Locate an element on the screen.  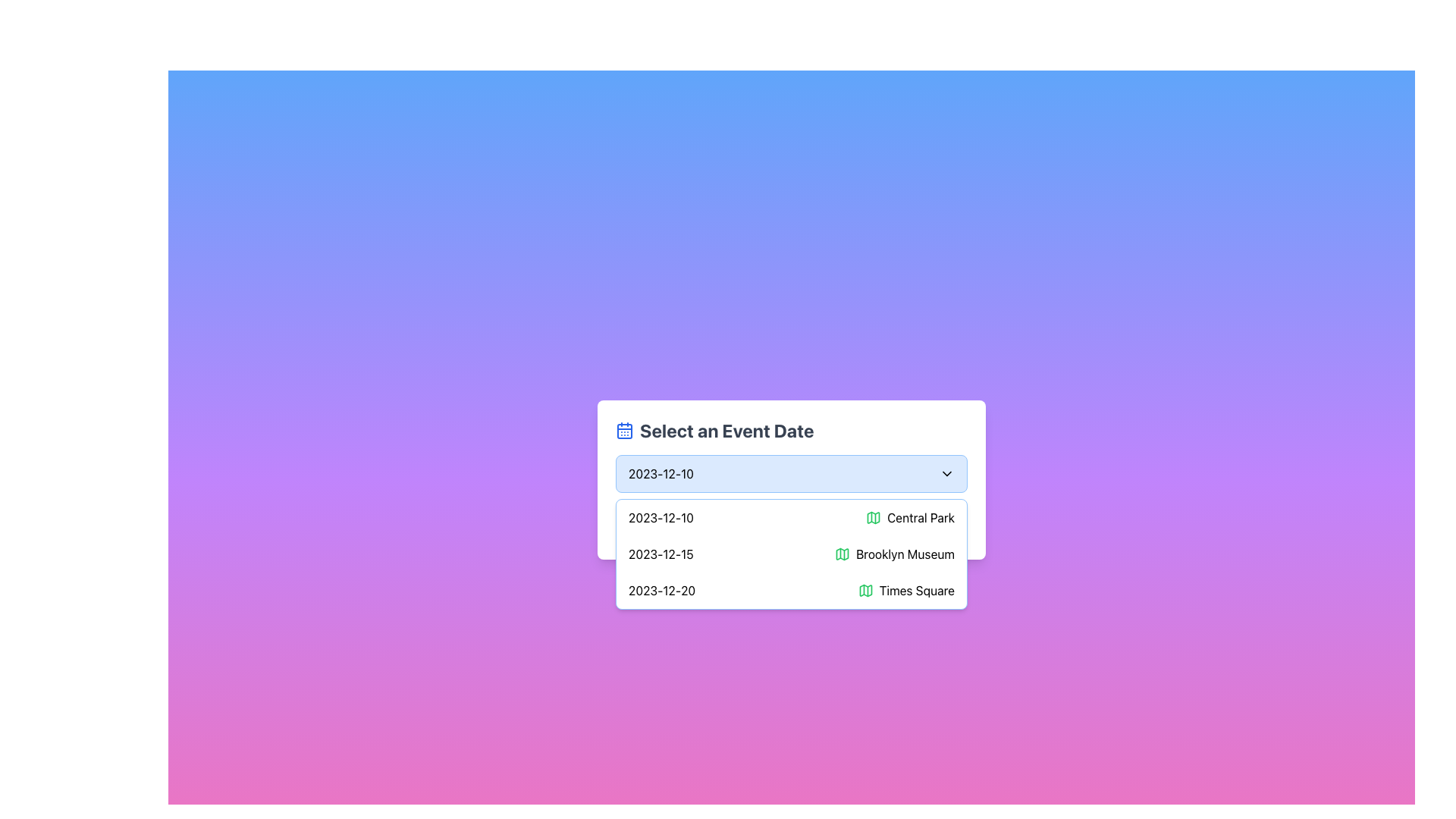
the first list item in the dropdown menu displaying '2023-12-10 Central Park' is located at coordinates (790, 516).